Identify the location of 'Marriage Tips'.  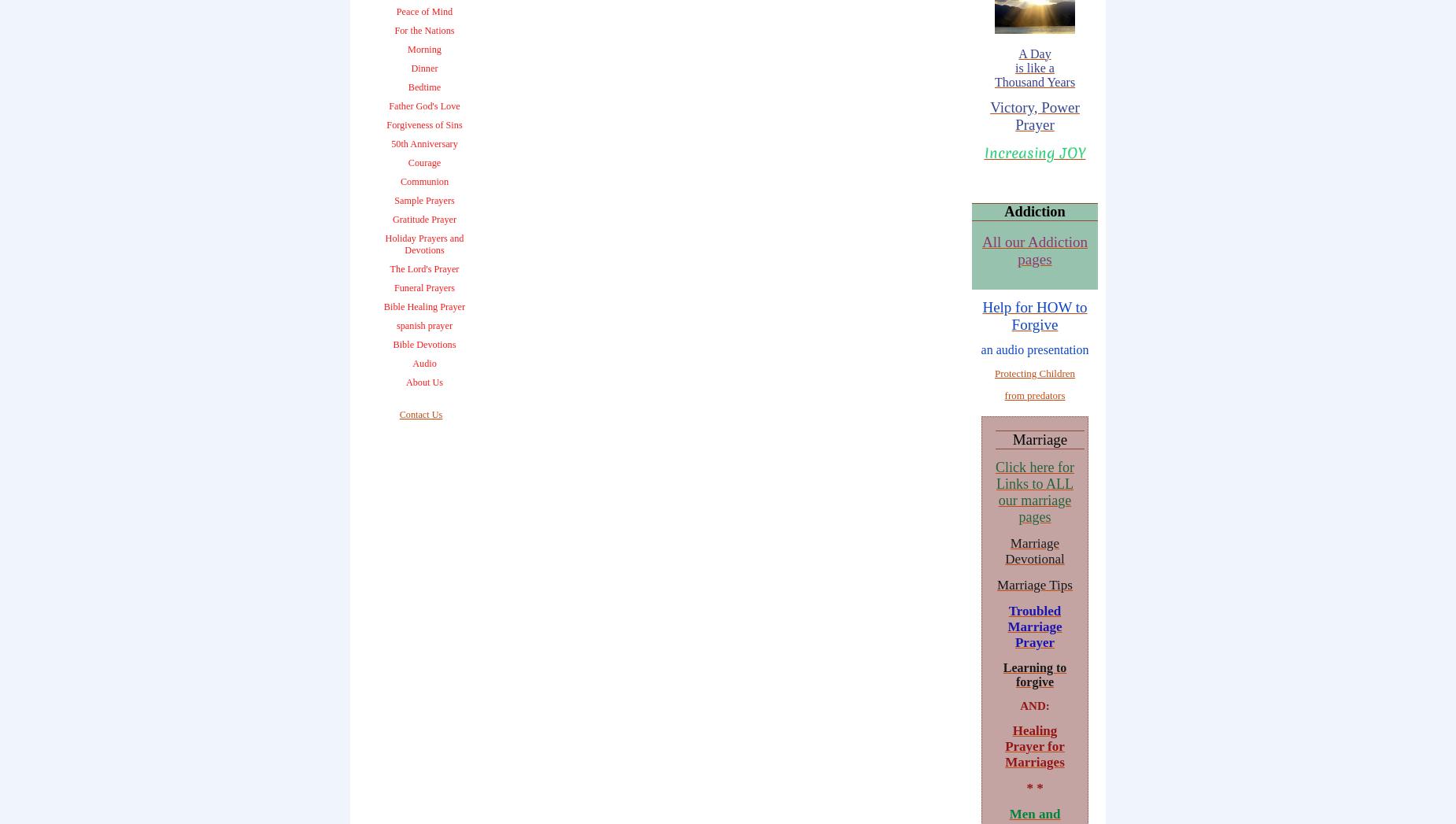
(1033, 584).